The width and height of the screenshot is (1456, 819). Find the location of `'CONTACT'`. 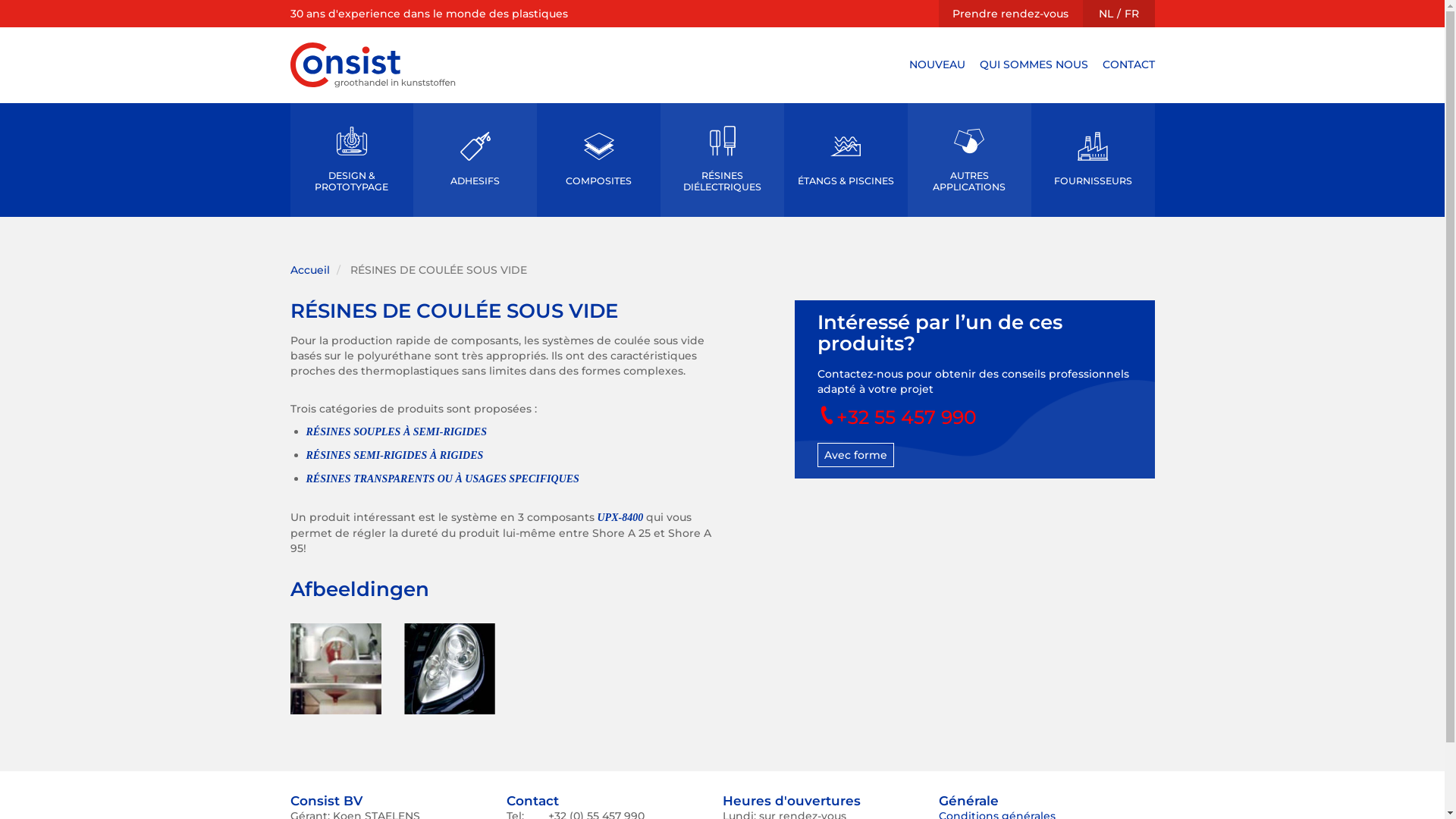

'CONTACT' is located at coordinates (1128, 63).